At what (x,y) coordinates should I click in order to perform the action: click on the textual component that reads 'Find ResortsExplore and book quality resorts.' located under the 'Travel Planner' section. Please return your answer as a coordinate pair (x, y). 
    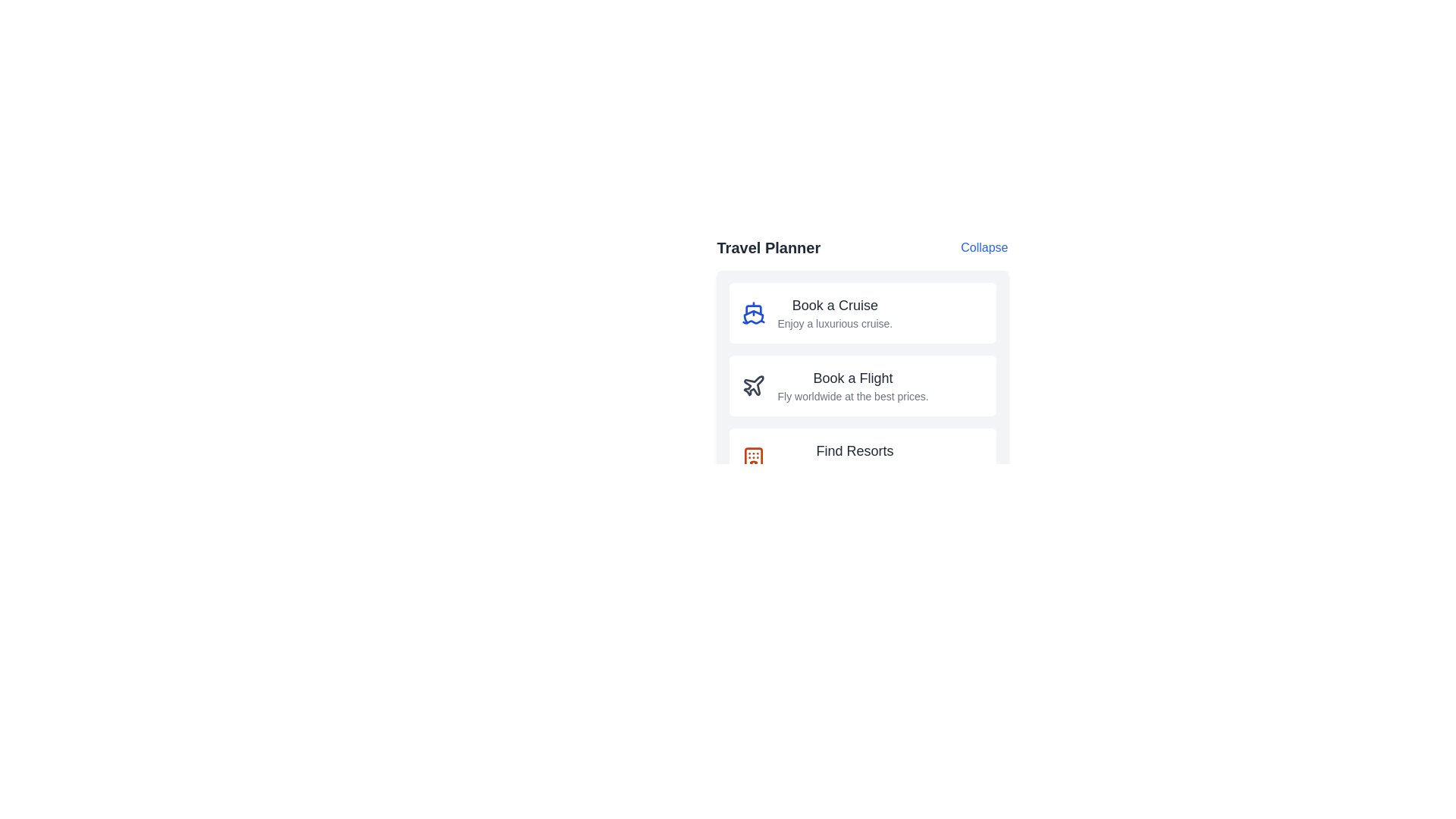
    Looking at the image, I should click on (855, 458).